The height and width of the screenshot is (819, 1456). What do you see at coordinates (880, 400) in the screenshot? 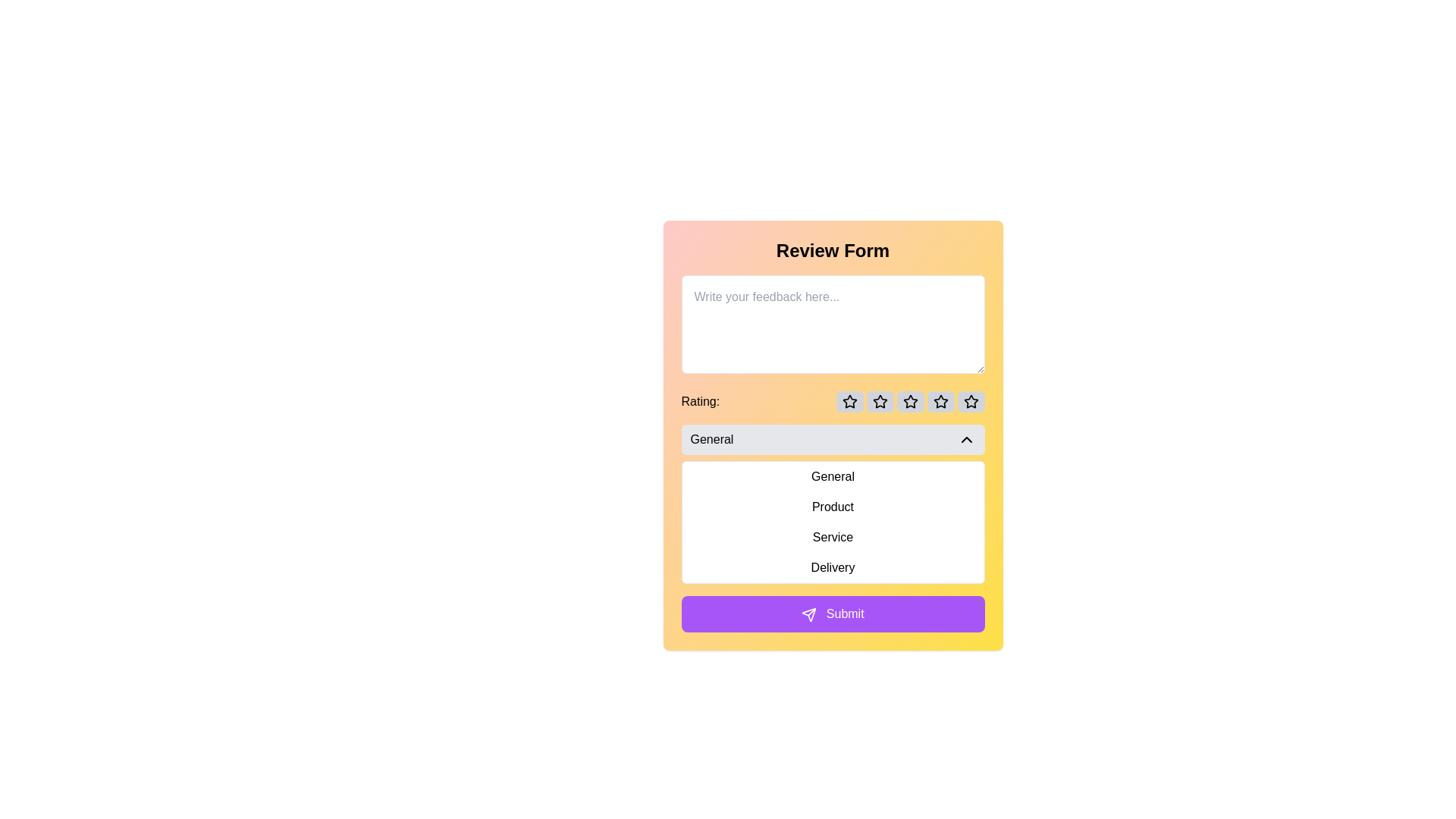
I see `the second star icon in the rating system` at bounding box center [880, 400].